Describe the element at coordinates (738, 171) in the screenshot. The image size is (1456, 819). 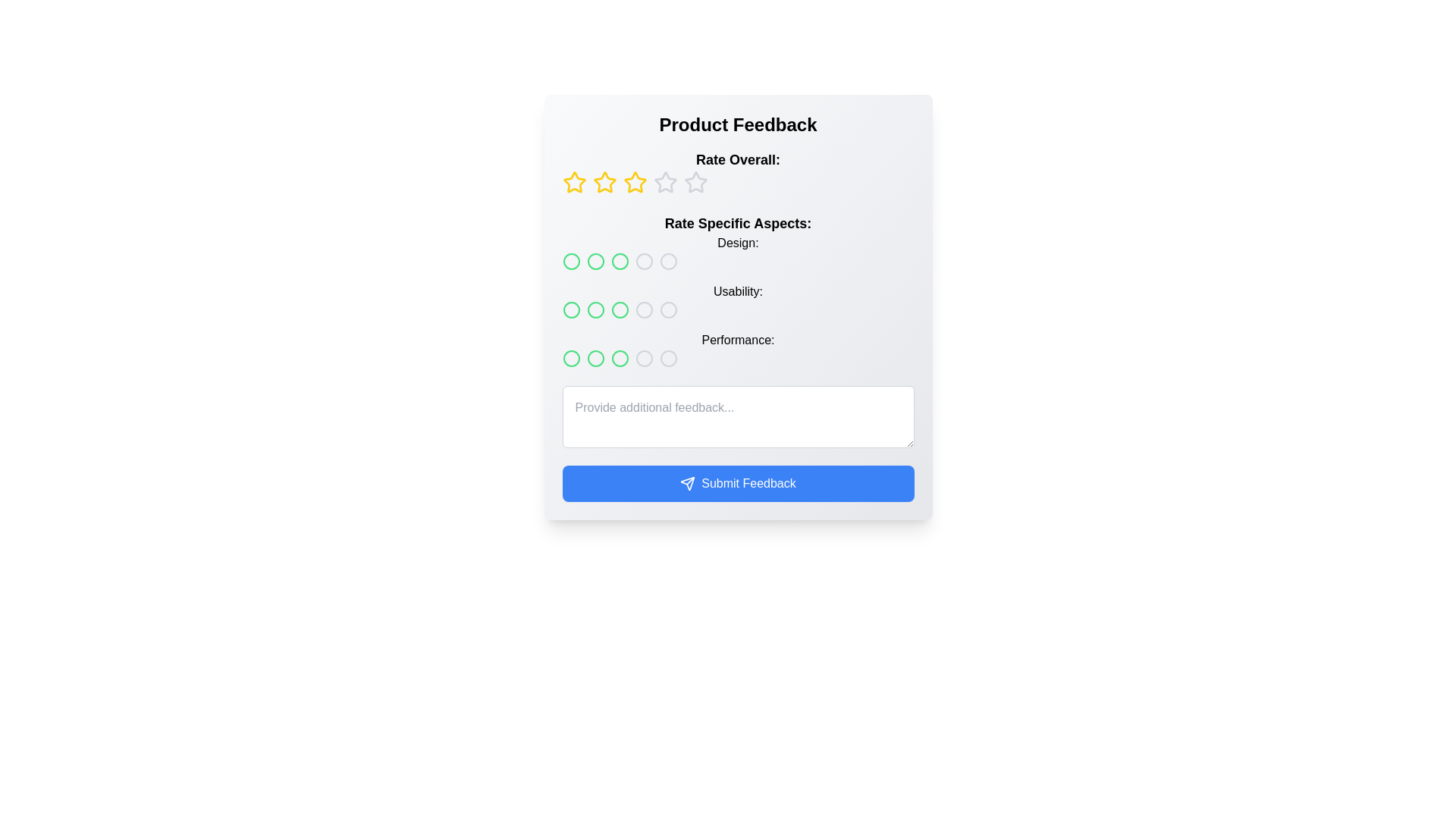
I see `the star icons in the Rating component labeled 'Rate Overall:'` at that location.